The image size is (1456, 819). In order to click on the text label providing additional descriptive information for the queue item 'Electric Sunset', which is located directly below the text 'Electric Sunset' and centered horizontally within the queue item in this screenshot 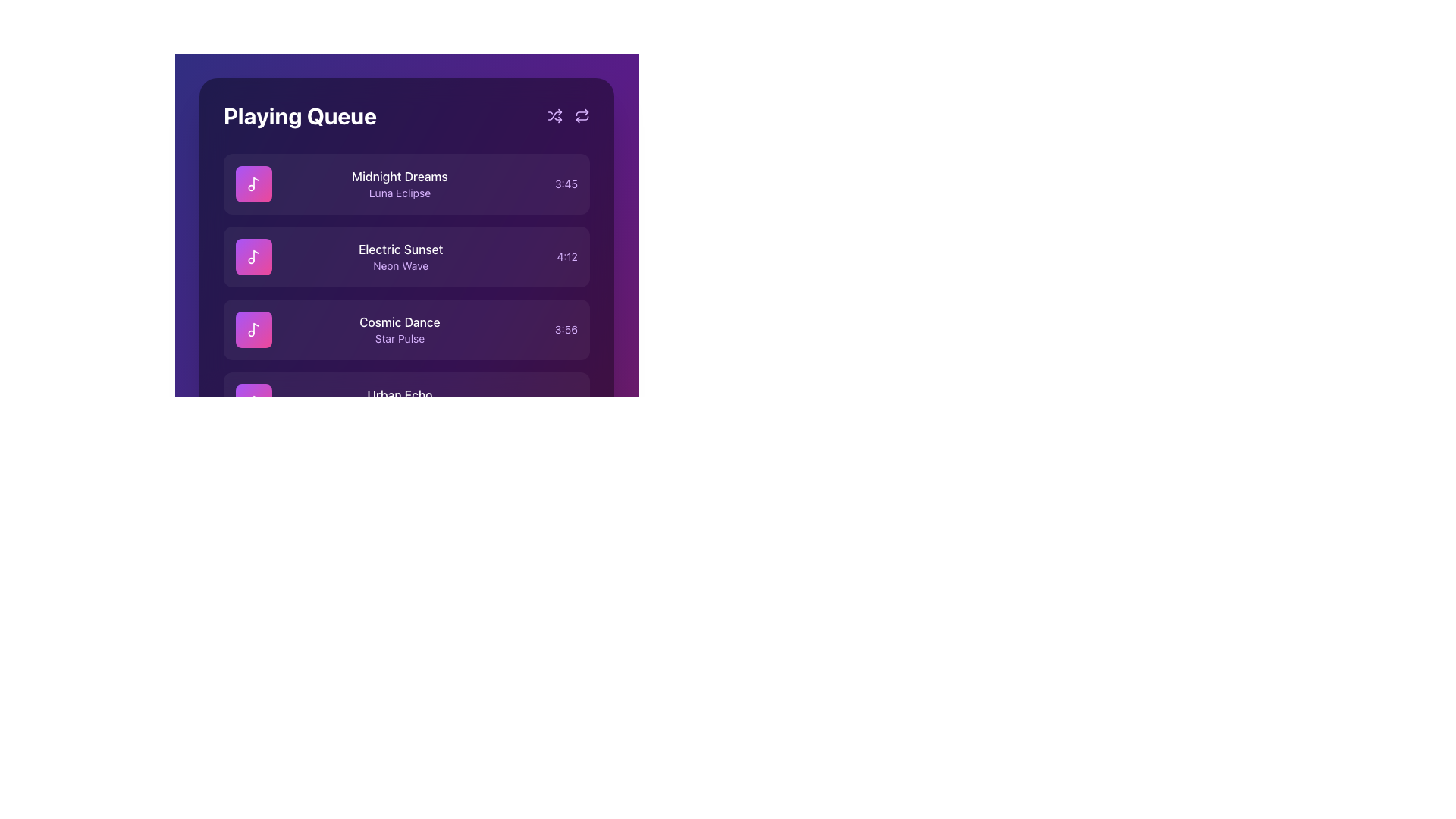, I will do `click(400, 265)`.